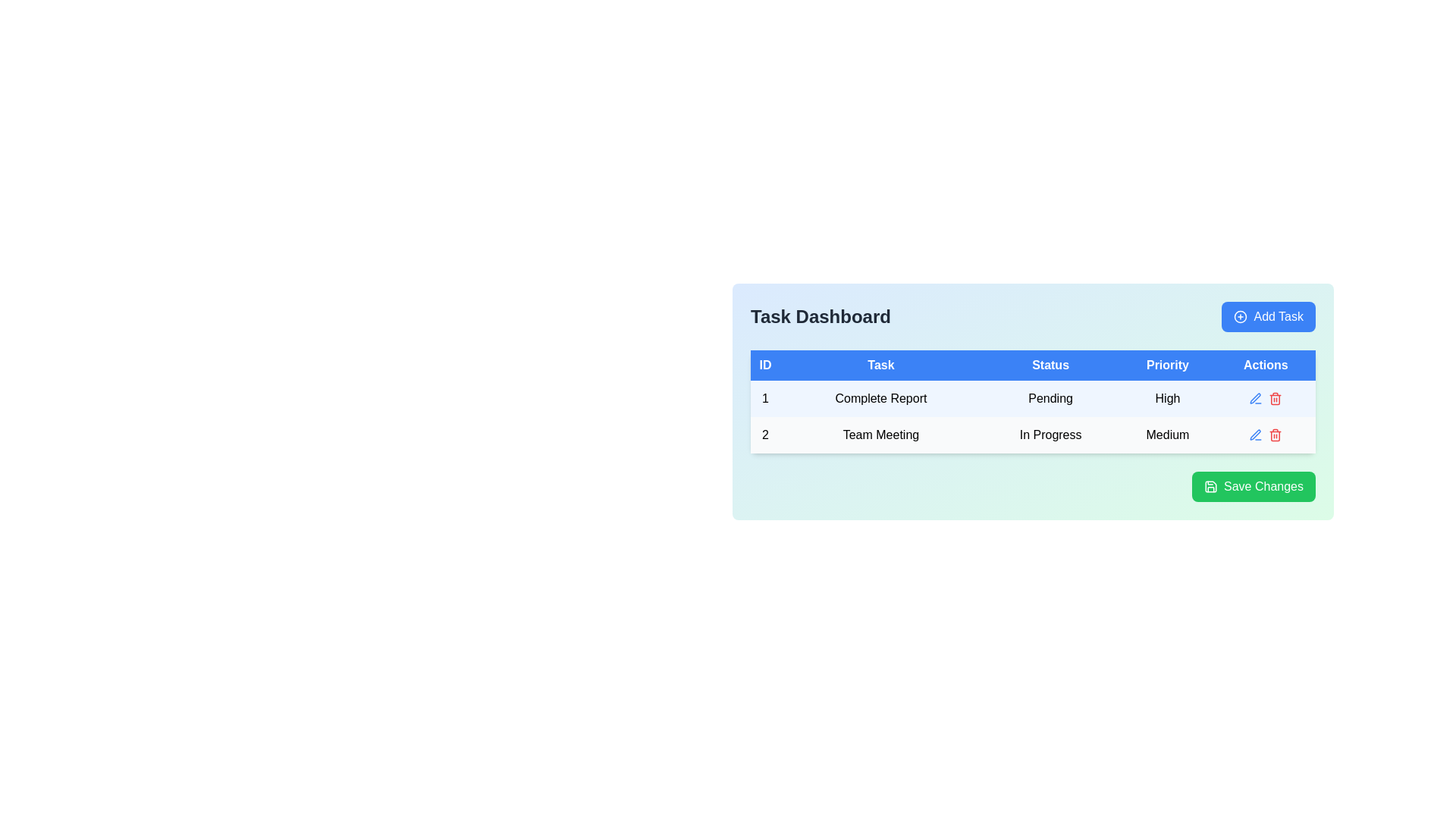 The width and height of the screenshot is (1456, 819). I want to click on the second row of the task dashboard table, which represents a task entry allowing actions, so click(1032, 435).